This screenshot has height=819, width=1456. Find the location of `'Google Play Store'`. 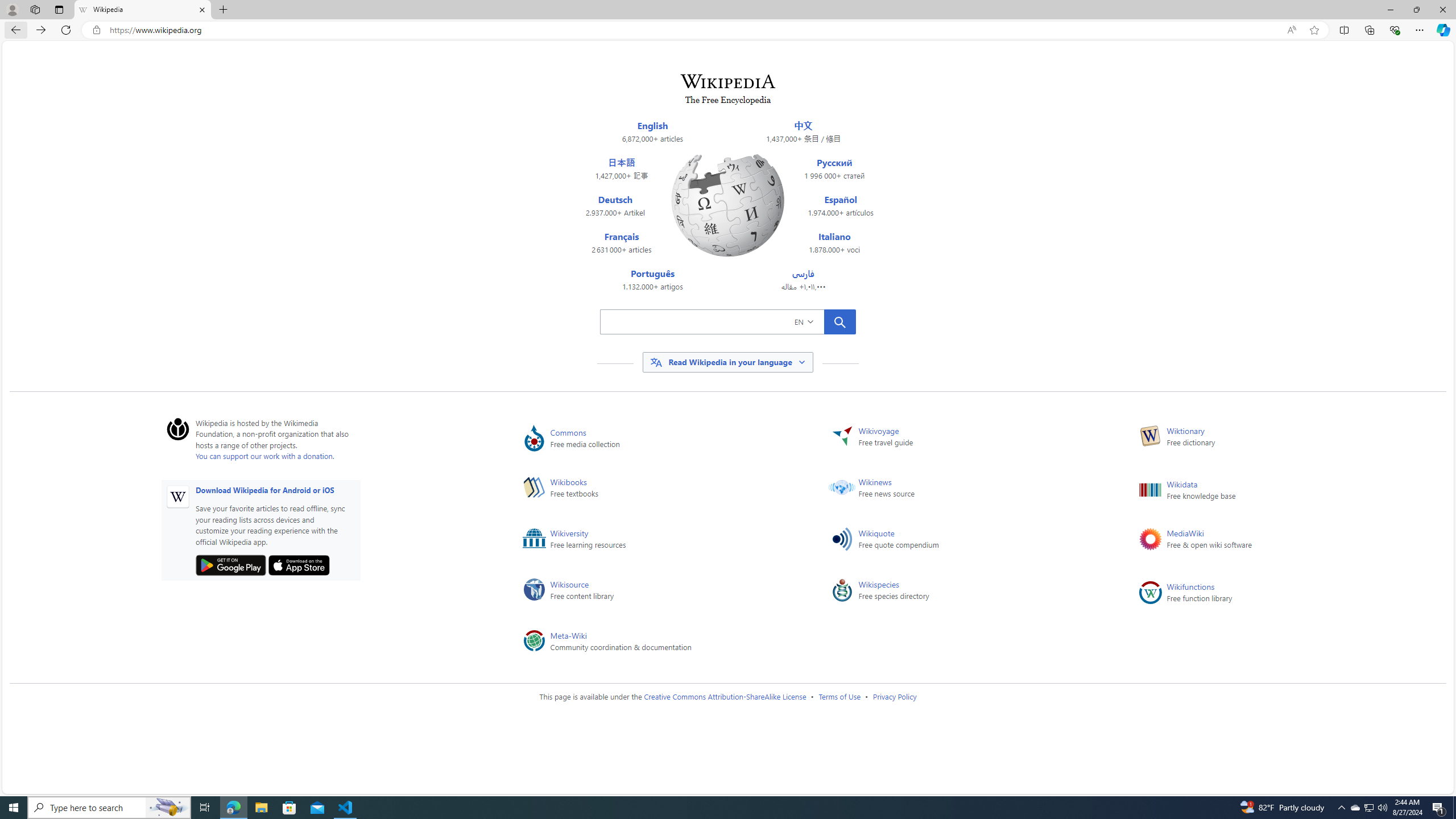

'Google Play Store' is located at coordinates (230, 565).